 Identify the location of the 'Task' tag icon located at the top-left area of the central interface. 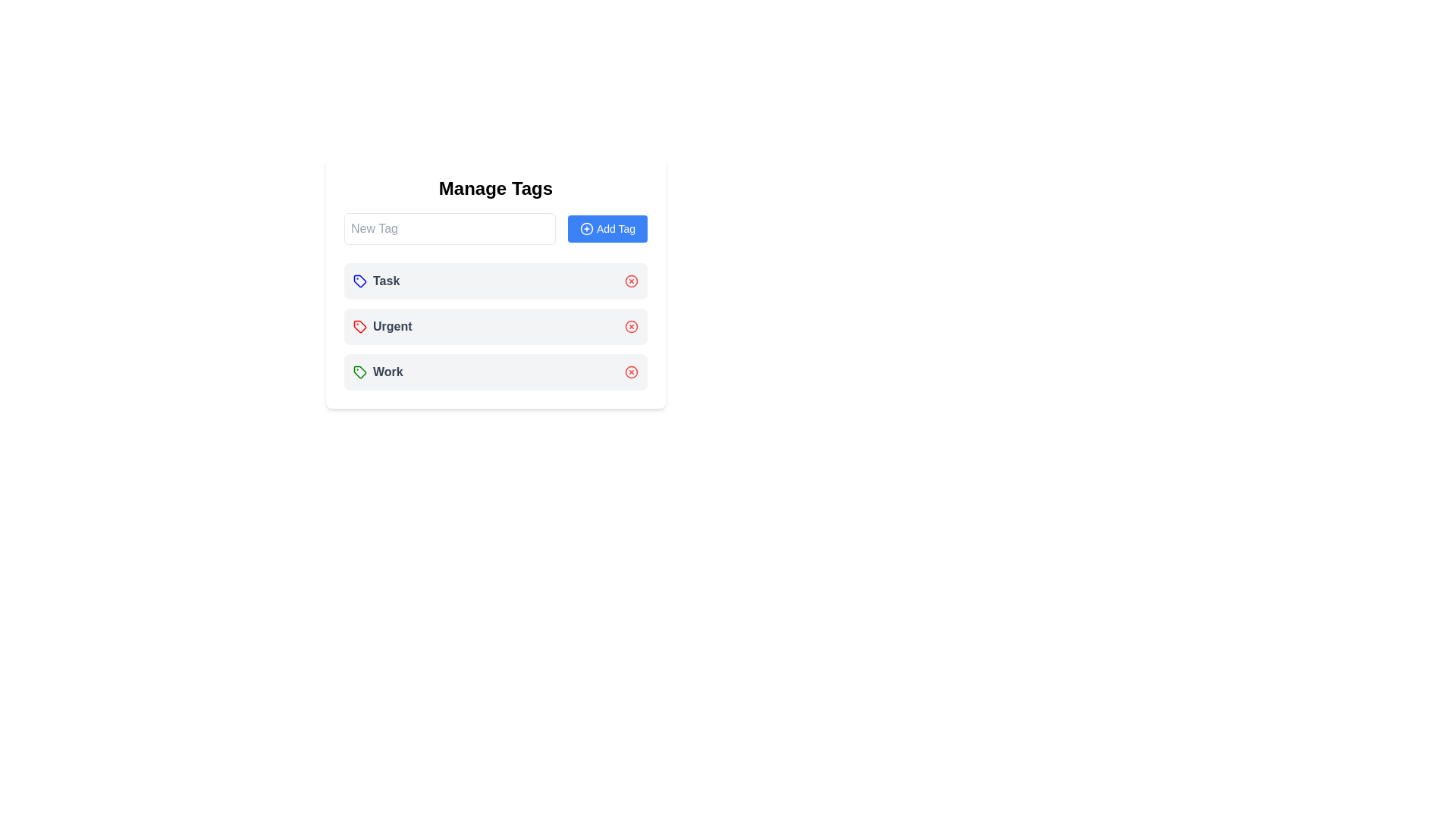
(359, 281).